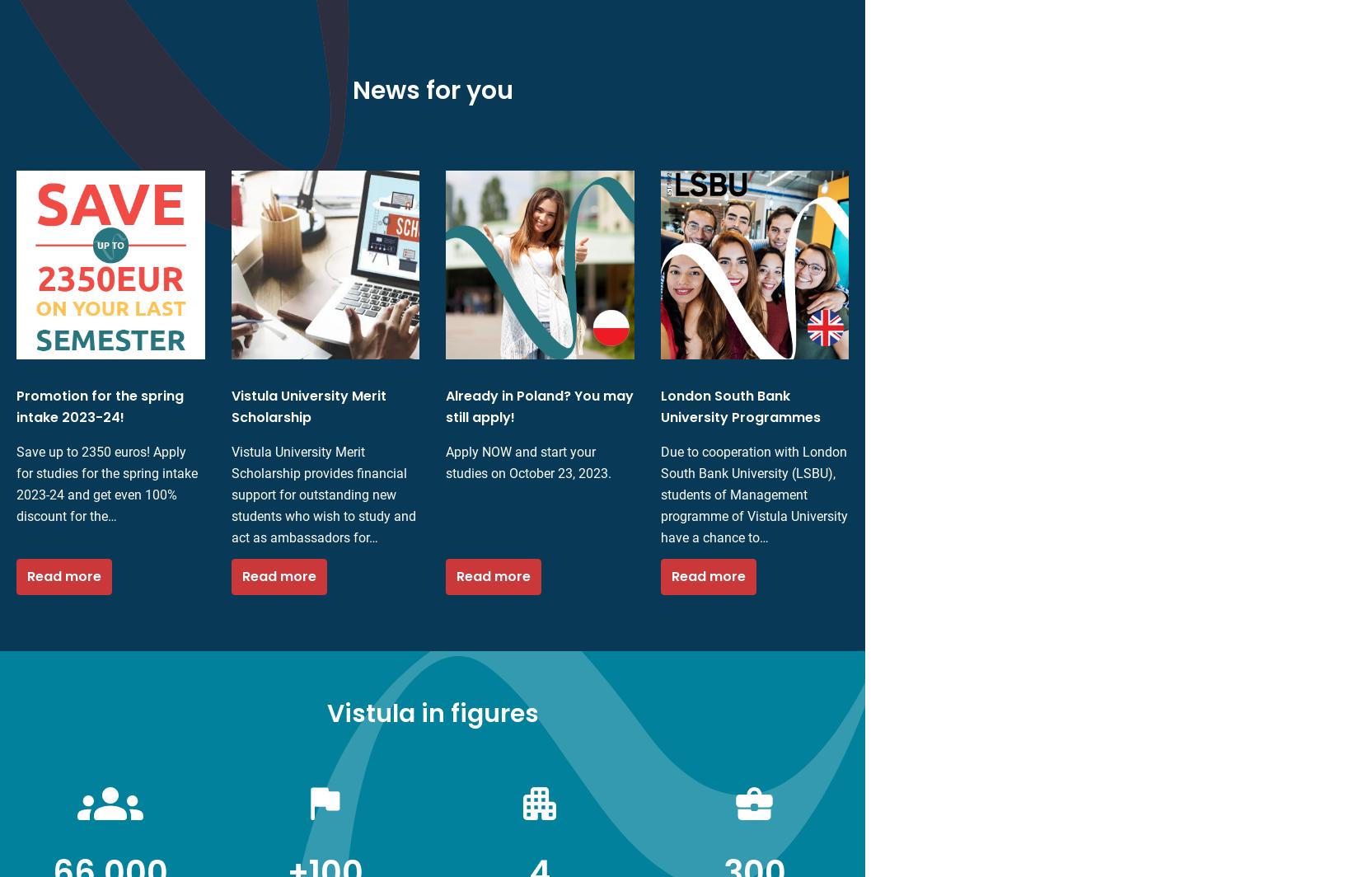  I want to click on 'Educational offers', so click(355, 663).